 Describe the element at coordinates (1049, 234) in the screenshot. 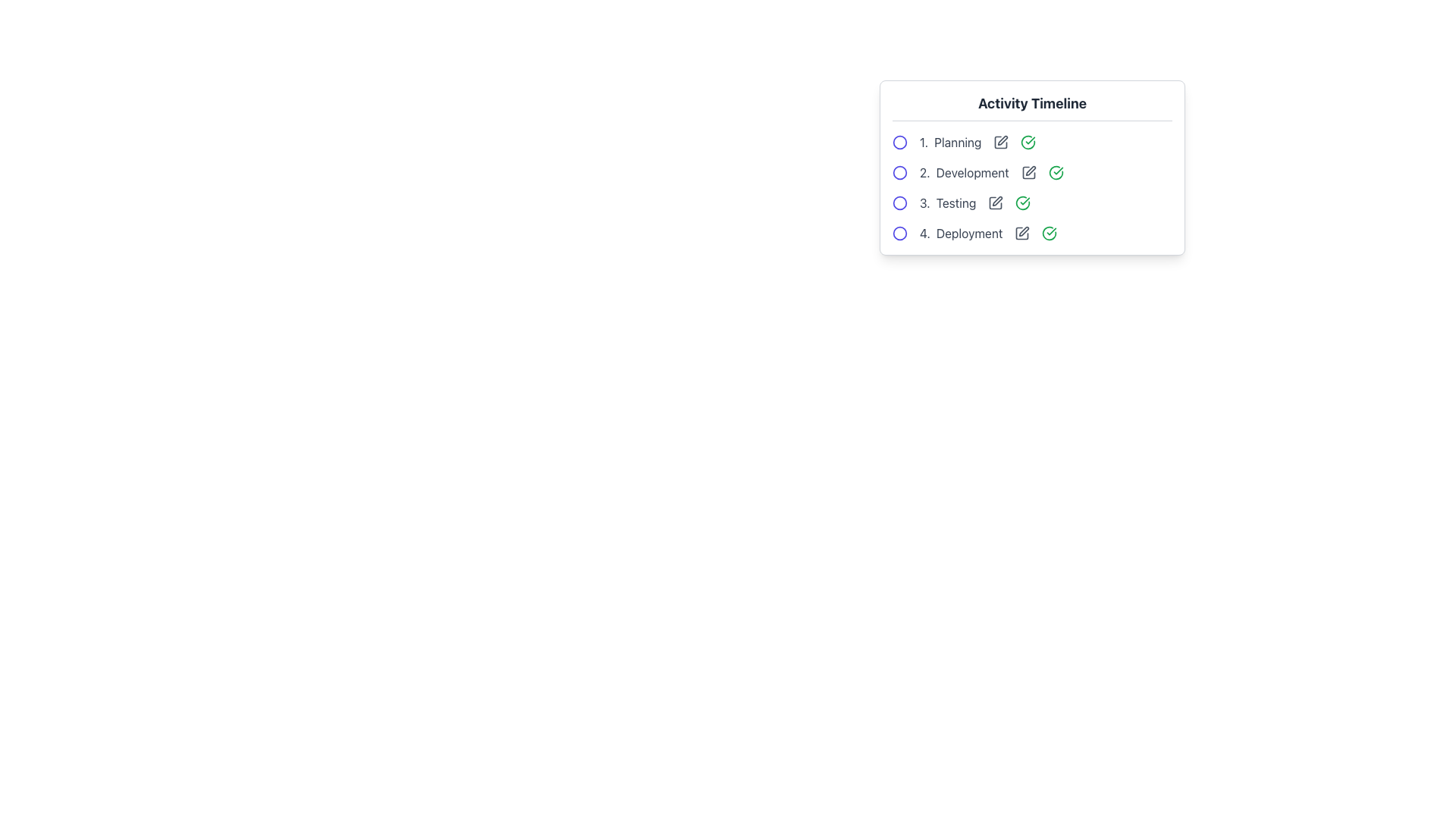

I see `the circular icon with a green checkmark inside it, which is the last item in the horizontal group of icons adjacent to the text '4. Deployment' in the 'Activity Timeline' section` at that location.